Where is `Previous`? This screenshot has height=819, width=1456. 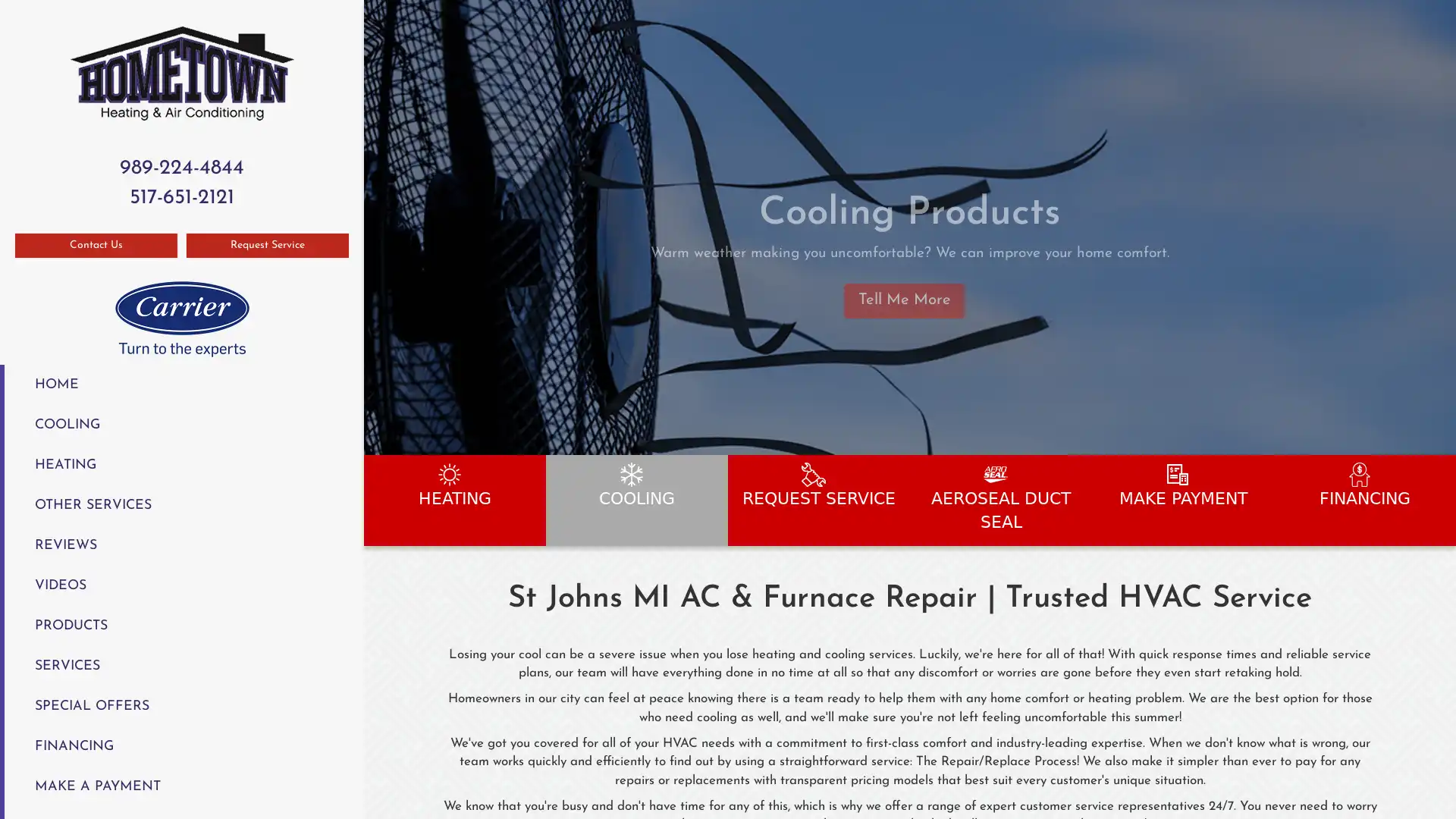 Previous is located at coordinates (377, 227).